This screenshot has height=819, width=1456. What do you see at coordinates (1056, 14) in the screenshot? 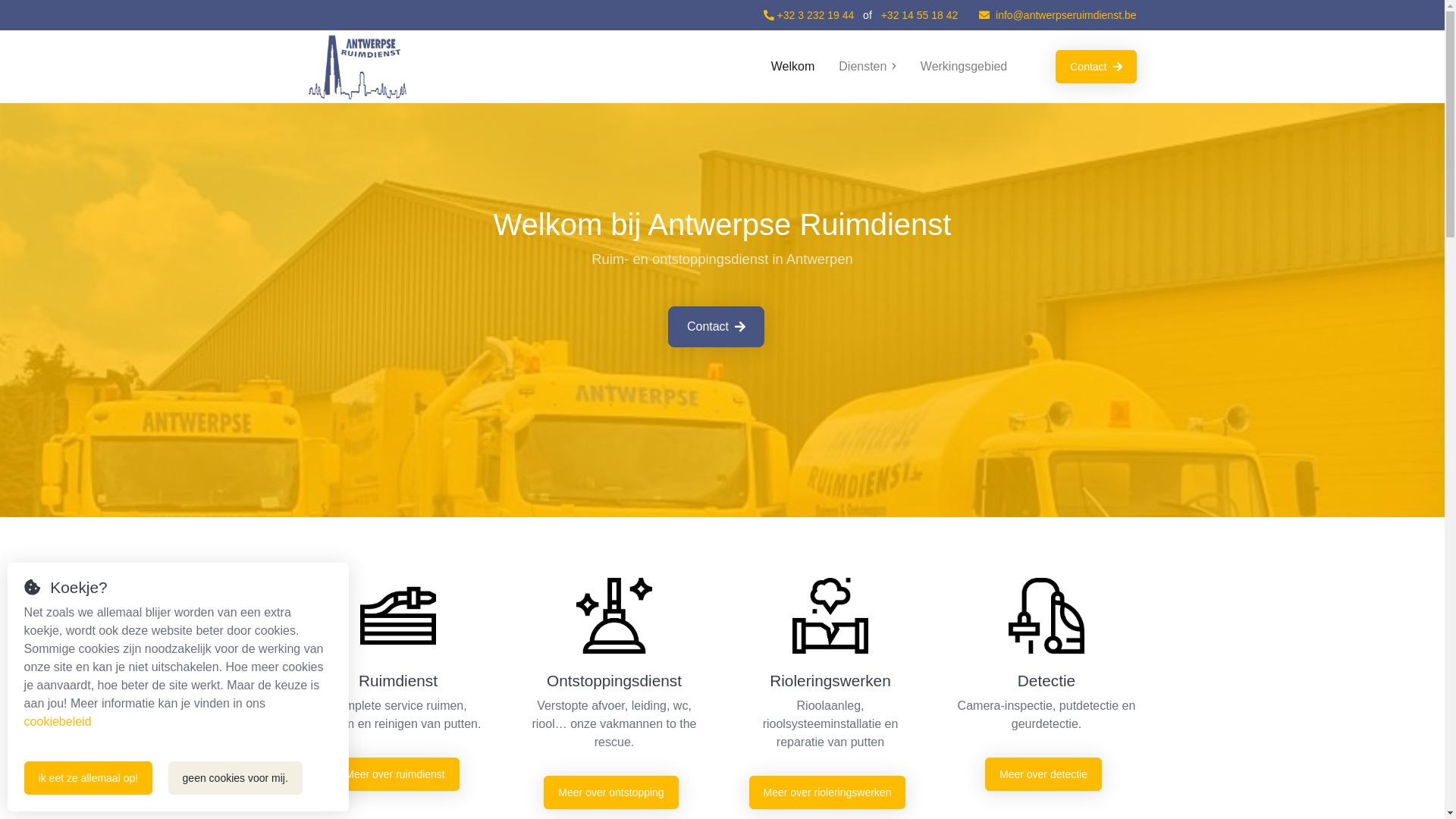
I see `'info@antwerpseruimdienst.be'` at bounding box center [1056, 14].